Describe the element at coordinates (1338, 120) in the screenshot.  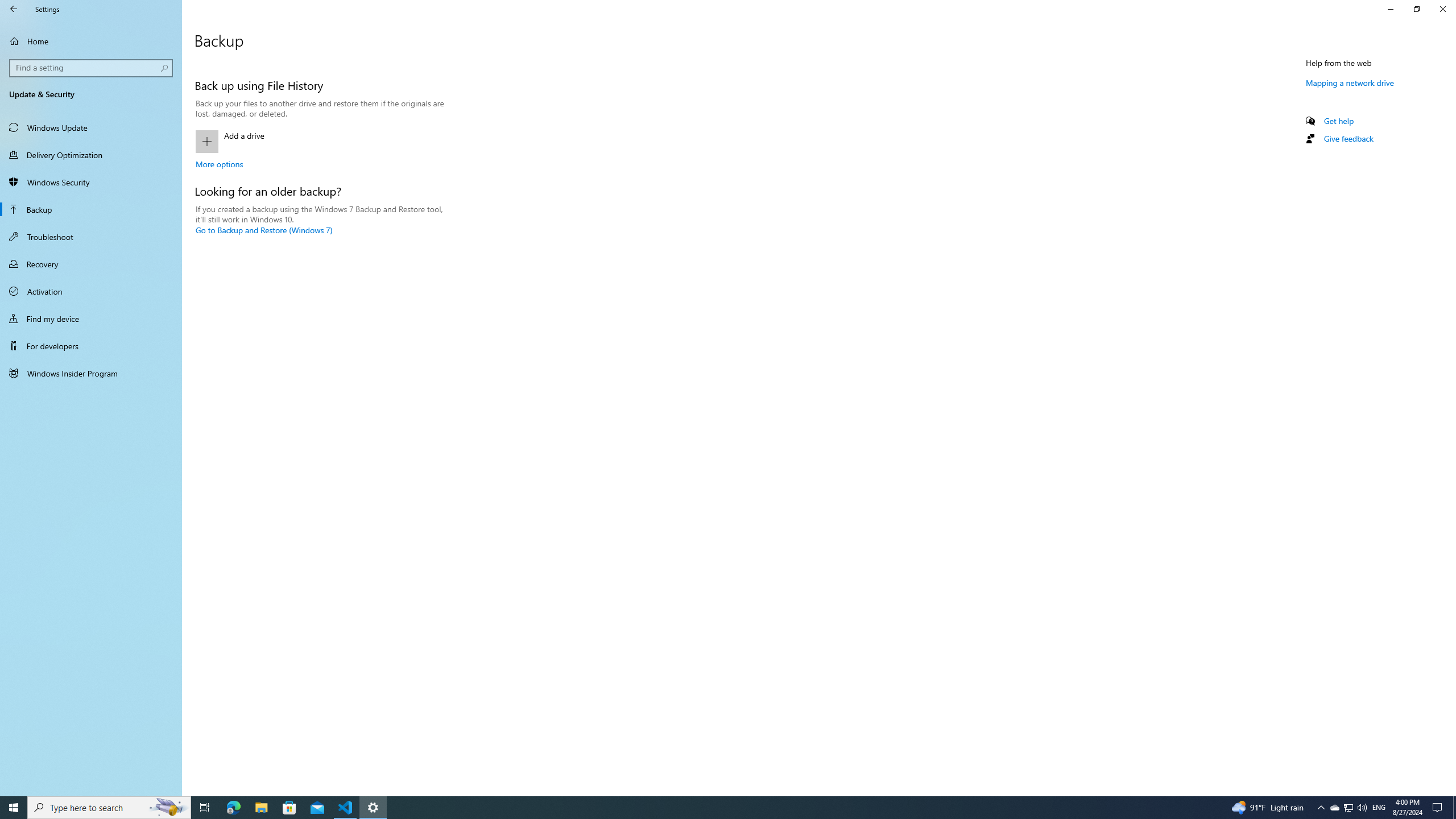
I see `'Get help'` at that location.